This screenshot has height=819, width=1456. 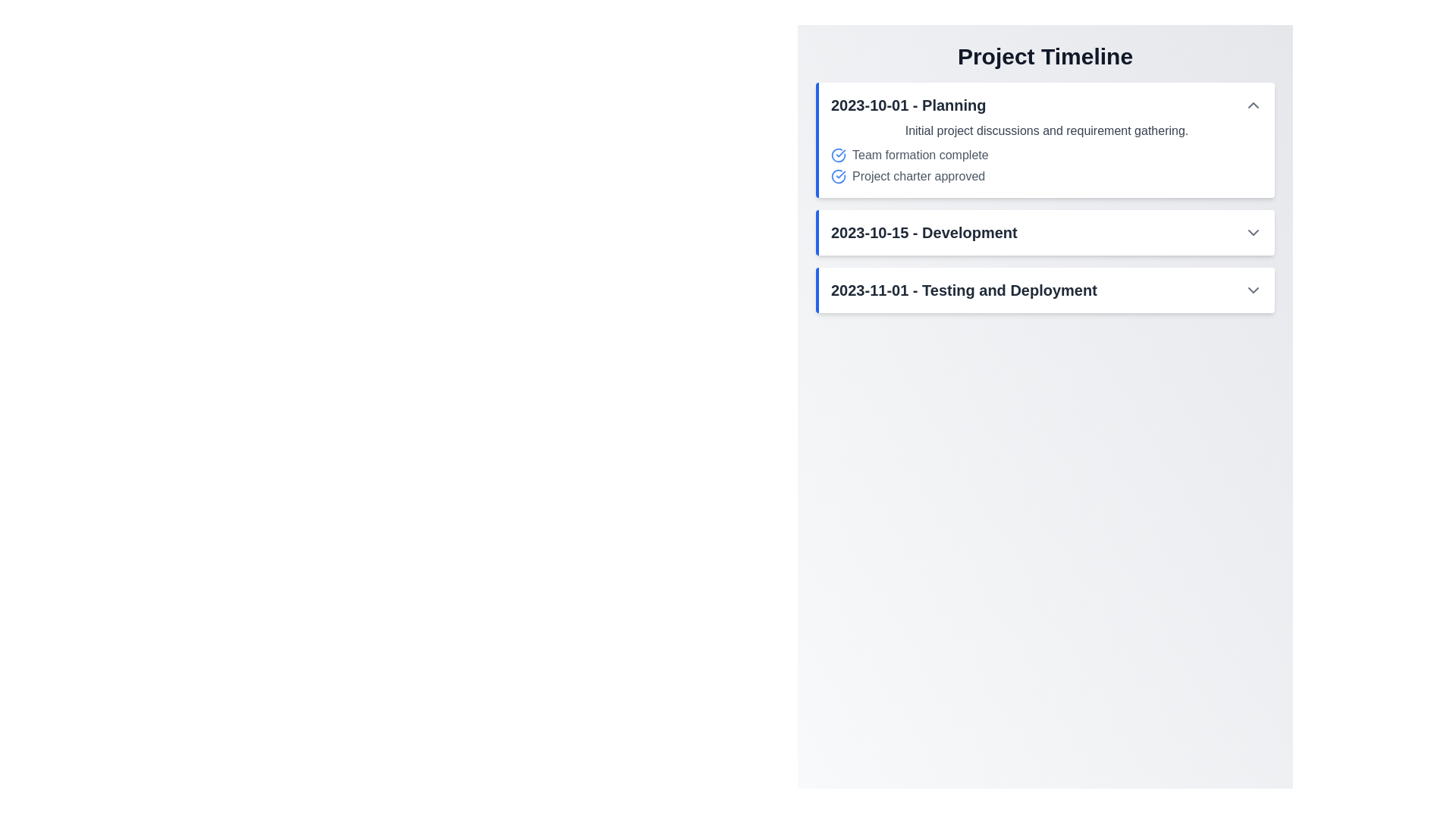 I want to click on the Dropdown indicator icon on the right end of the row containing '2023-11-01 - Testing and Deployment', so click(x=1253, y=290).